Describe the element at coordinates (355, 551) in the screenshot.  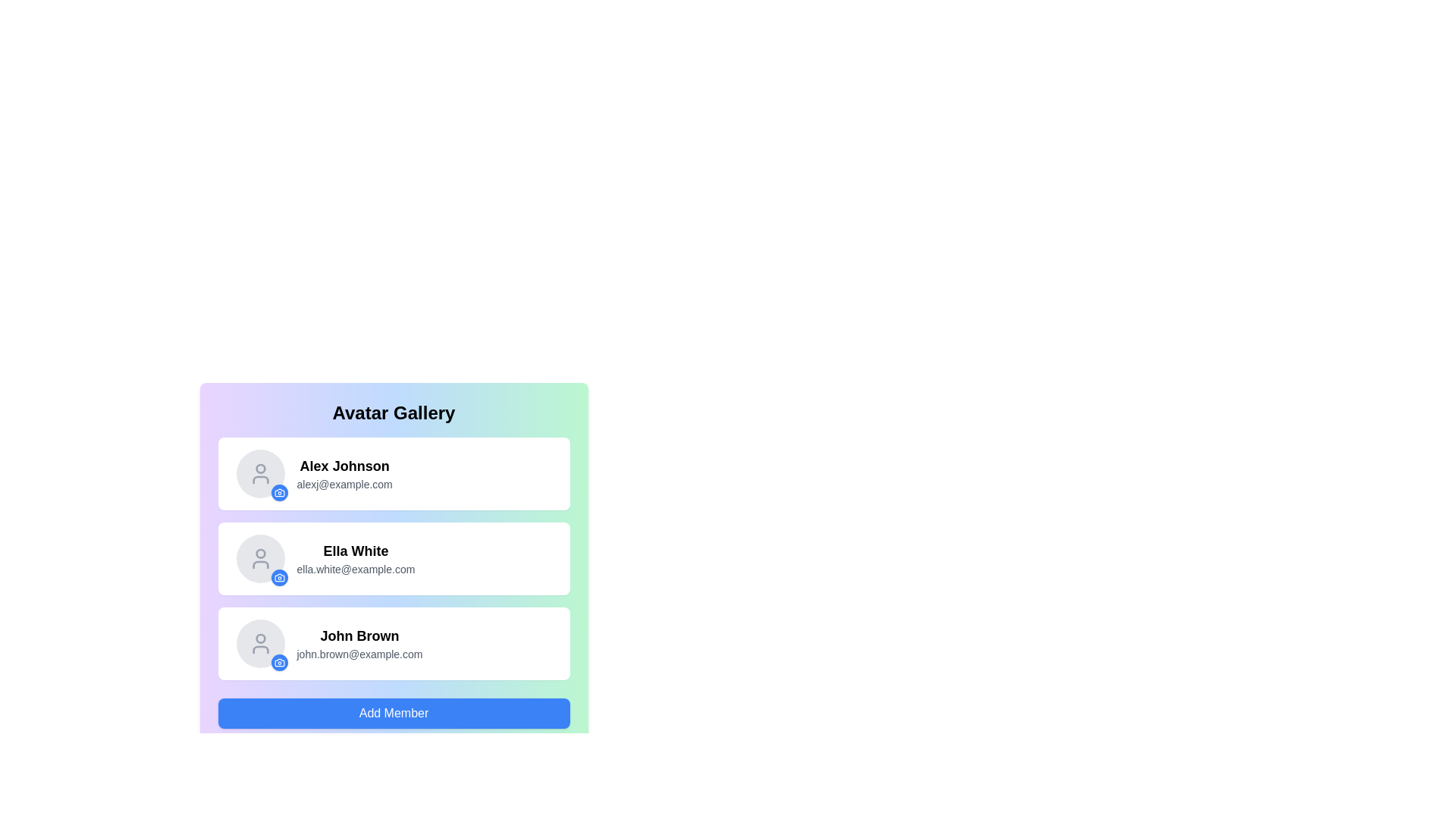
I see `the user name text label that serves as the primary identifier for the user displayed in the current card, located above the email address 'ella.white@example.com'` at that location.